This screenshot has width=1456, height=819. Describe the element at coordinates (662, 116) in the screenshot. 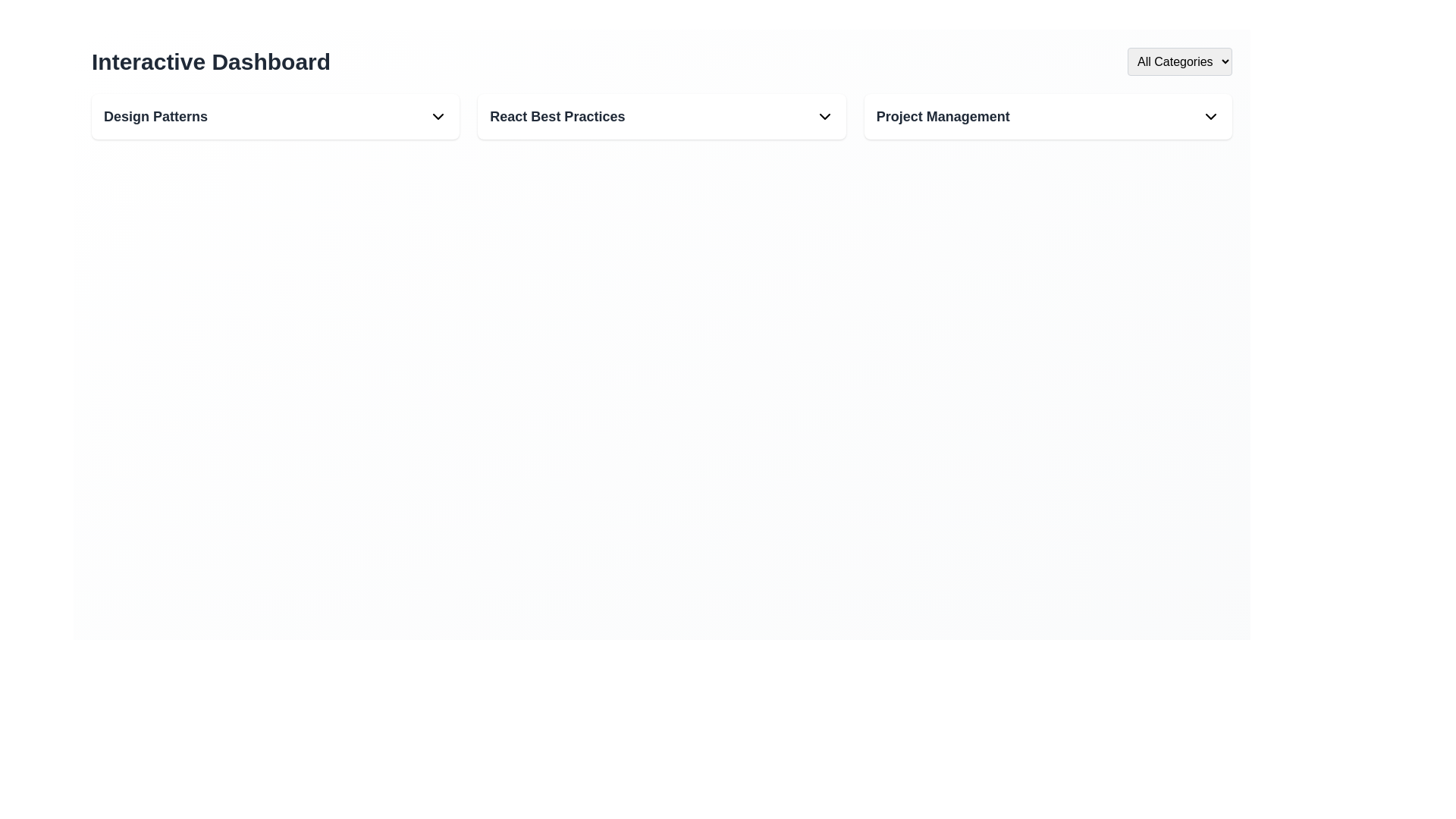

I see `the dropdown menu for 'React Best Practices' located between 'Design Patterns' and 'Project Management'` at that location.